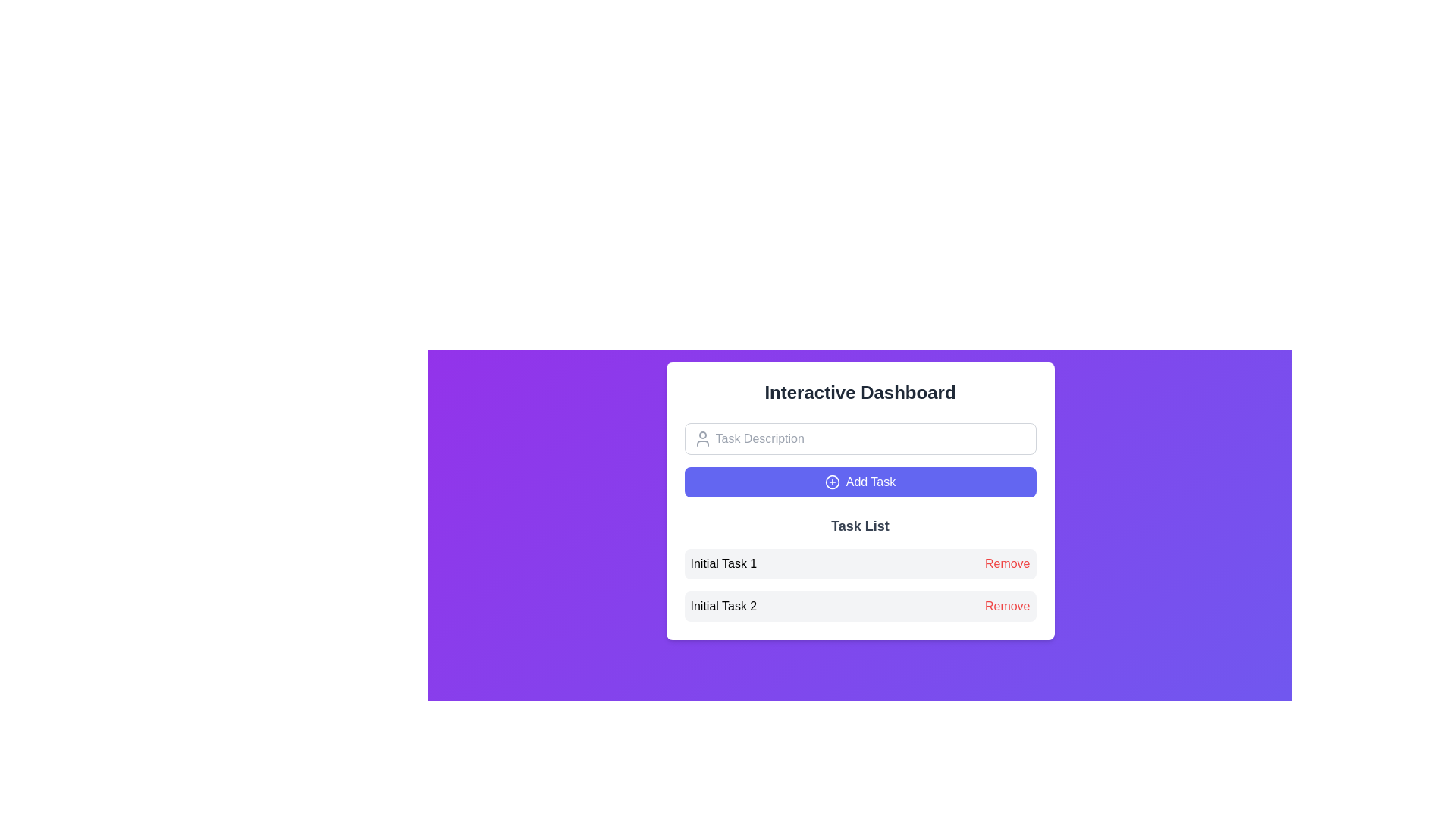 This screenshot has height=819, width=1456. What do you see at coordinates (860, 526) in the screenshot?
I see `the static text or label that serves as the header for the section, located centrally within a vertical stack of elements on a white rectangular card, immediately below the 'Add Task' button` at bounding box center [860, 526].